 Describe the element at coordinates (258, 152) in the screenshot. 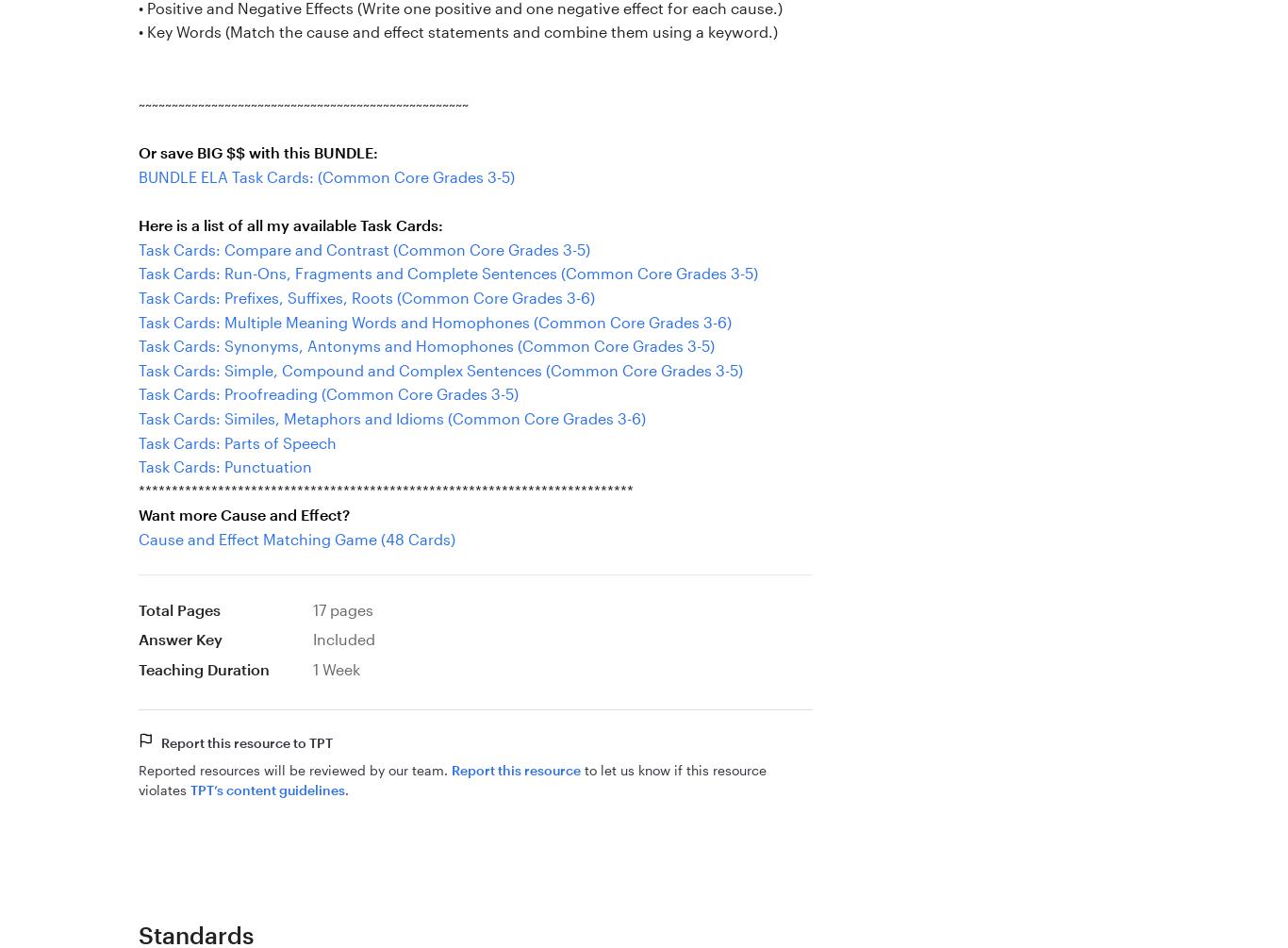

I see `'Or save BIG $$ with this BUNDLE:'` at that location.